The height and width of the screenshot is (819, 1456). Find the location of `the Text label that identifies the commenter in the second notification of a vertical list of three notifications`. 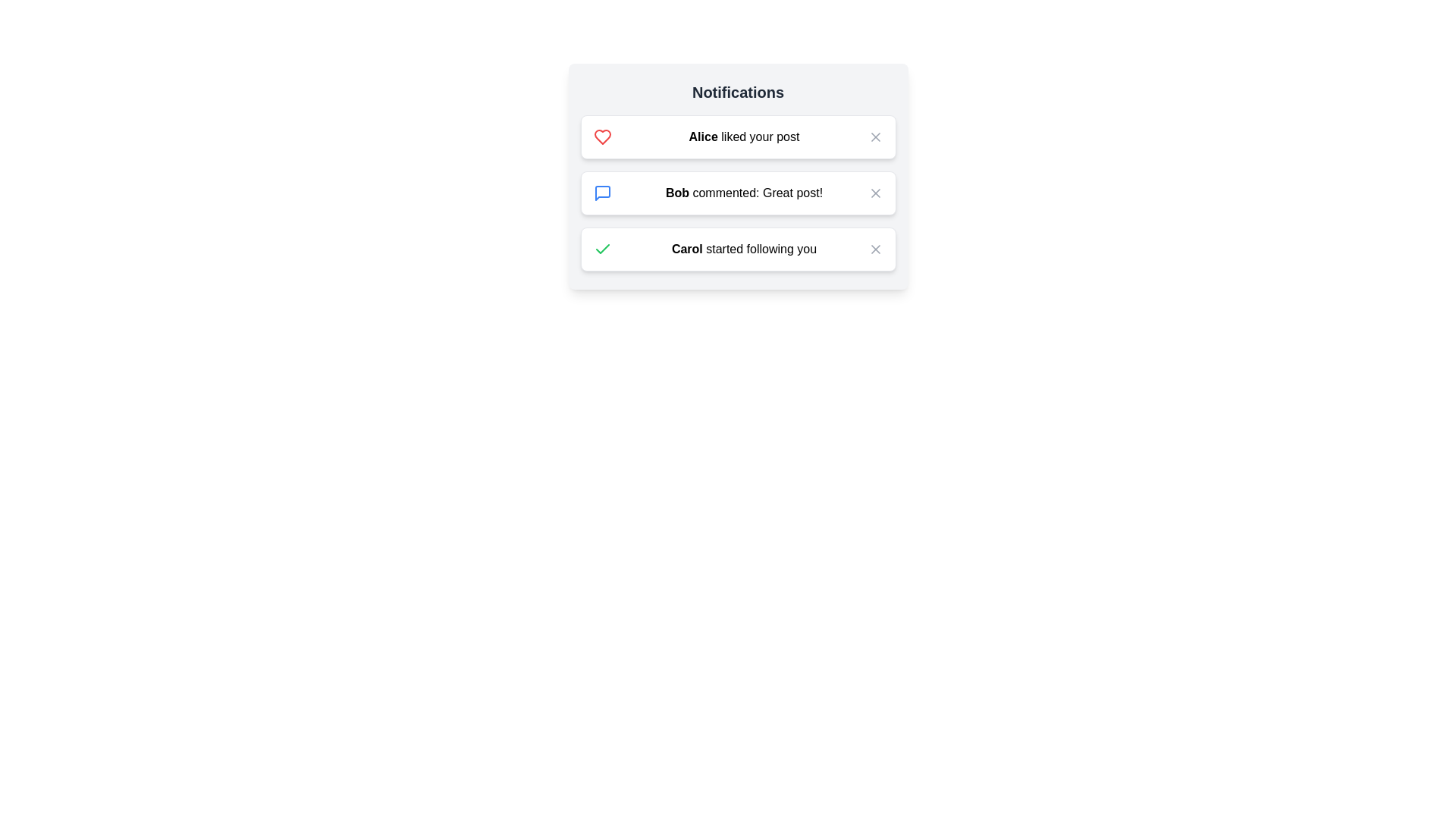

the Text label that identifies the commenter in the second notification of a vertical list of three notifications is located at coordinates (676, 192).